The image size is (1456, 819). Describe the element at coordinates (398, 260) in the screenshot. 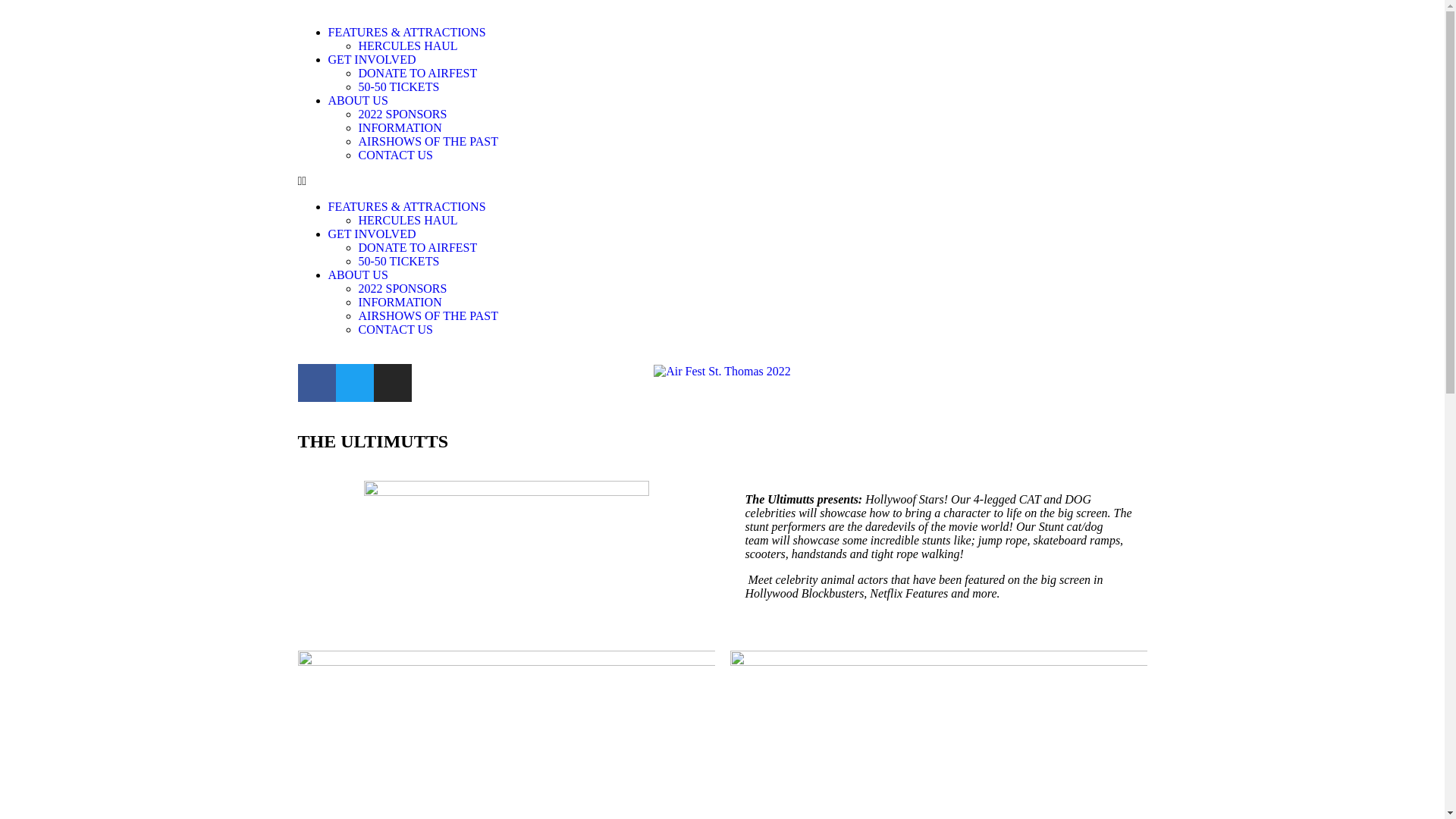

I see `'50-50 TICKETS'` at that location.